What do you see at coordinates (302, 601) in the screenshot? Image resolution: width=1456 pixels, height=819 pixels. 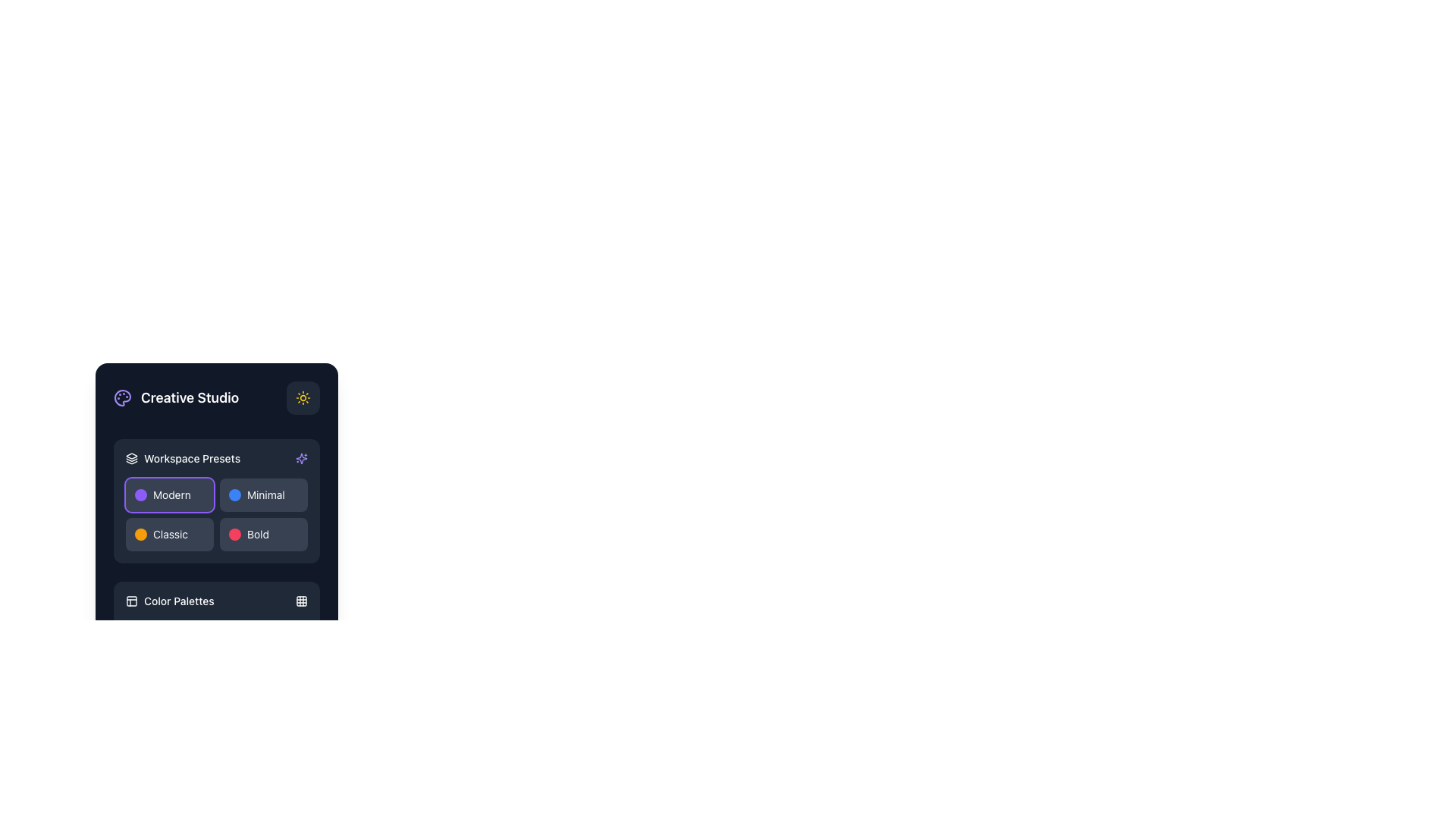 I see `the button icon located at the far-right side of the 'Color Palettes' section header` at bounding box center [302, 601].